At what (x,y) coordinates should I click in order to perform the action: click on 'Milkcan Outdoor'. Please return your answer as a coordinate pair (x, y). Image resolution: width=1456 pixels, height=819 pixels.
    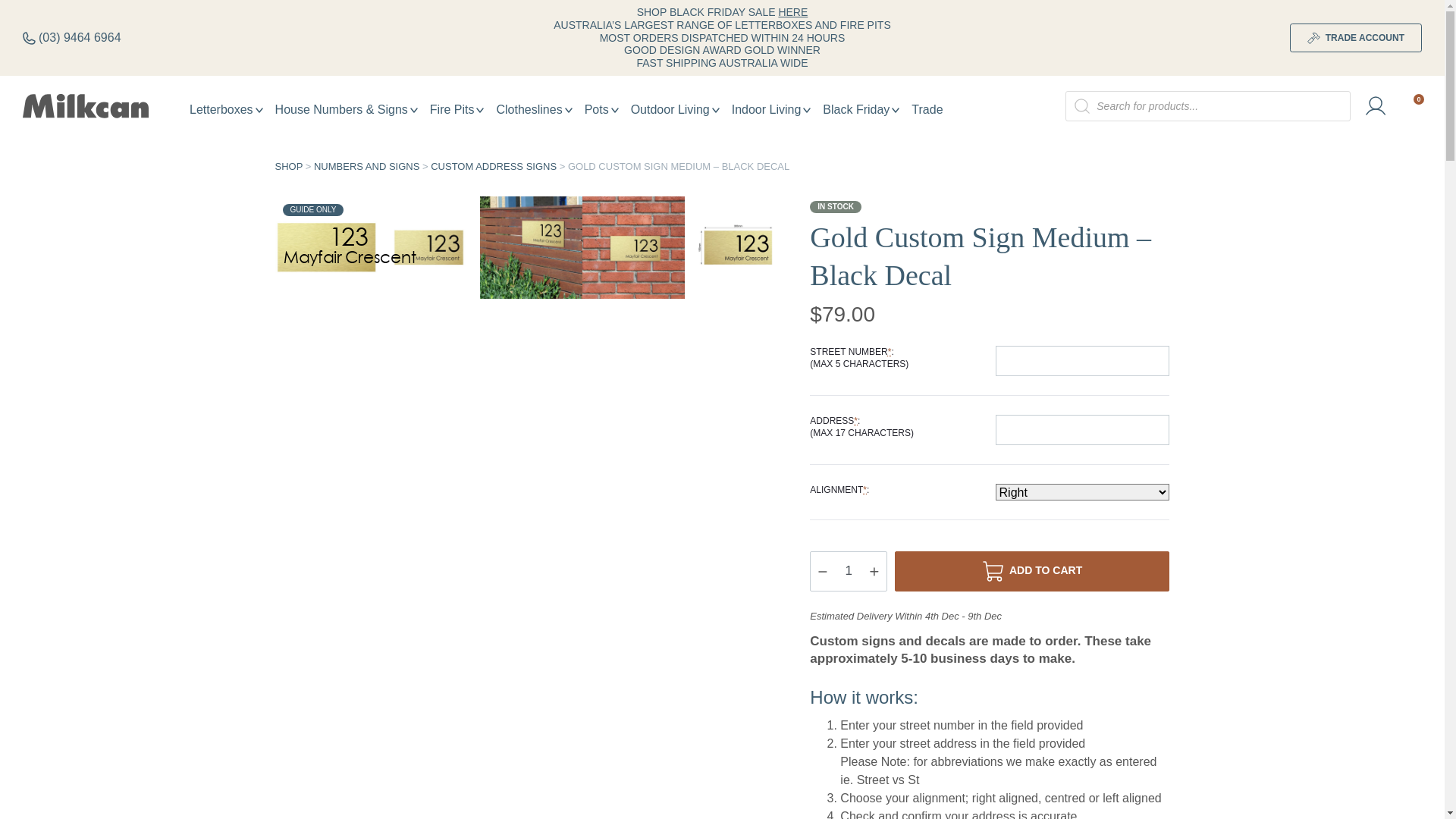
    Looking at the image, I should click on (22, 105).